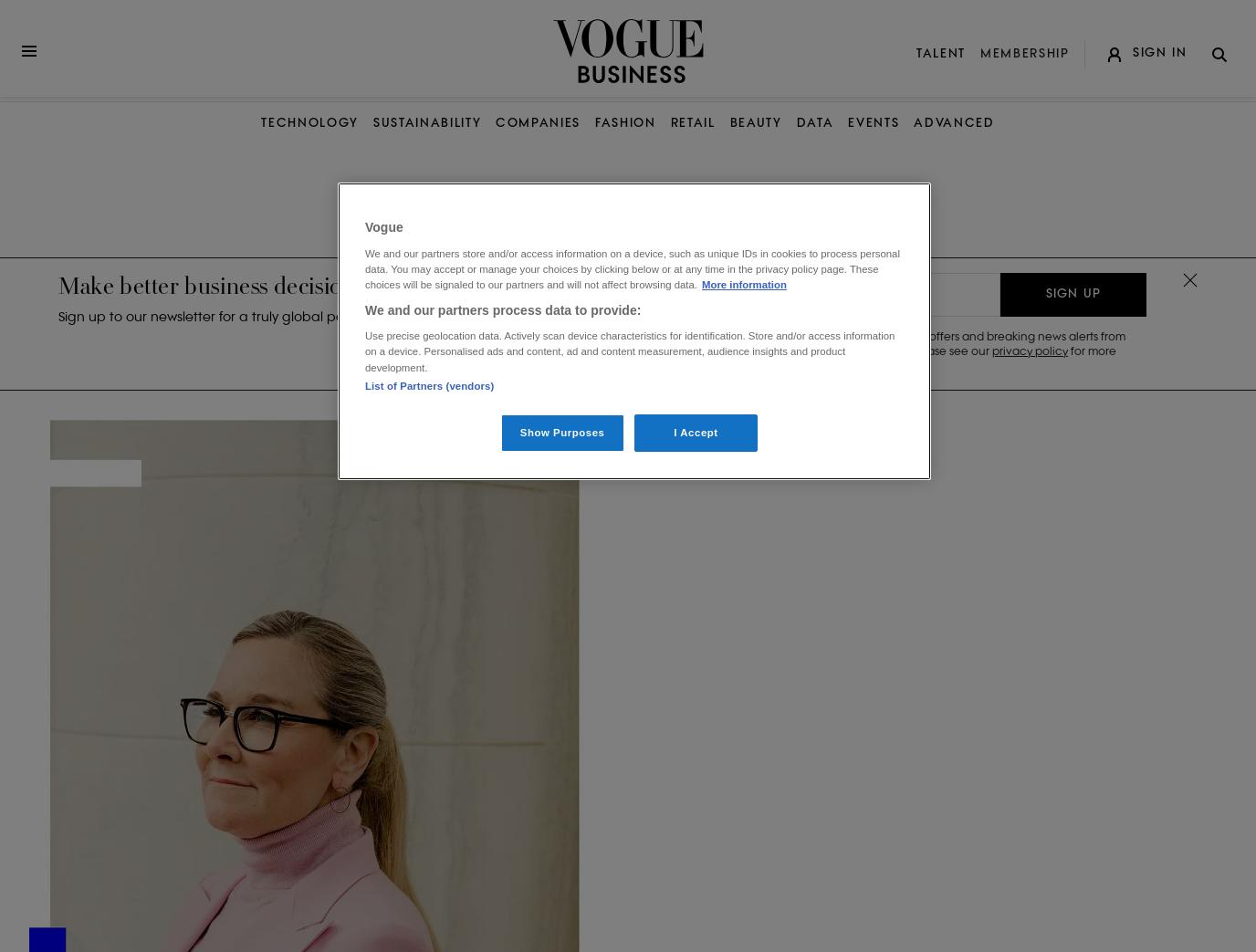  I want to click on 'To revisit this article, select My Account, then', so click(1056, 110).